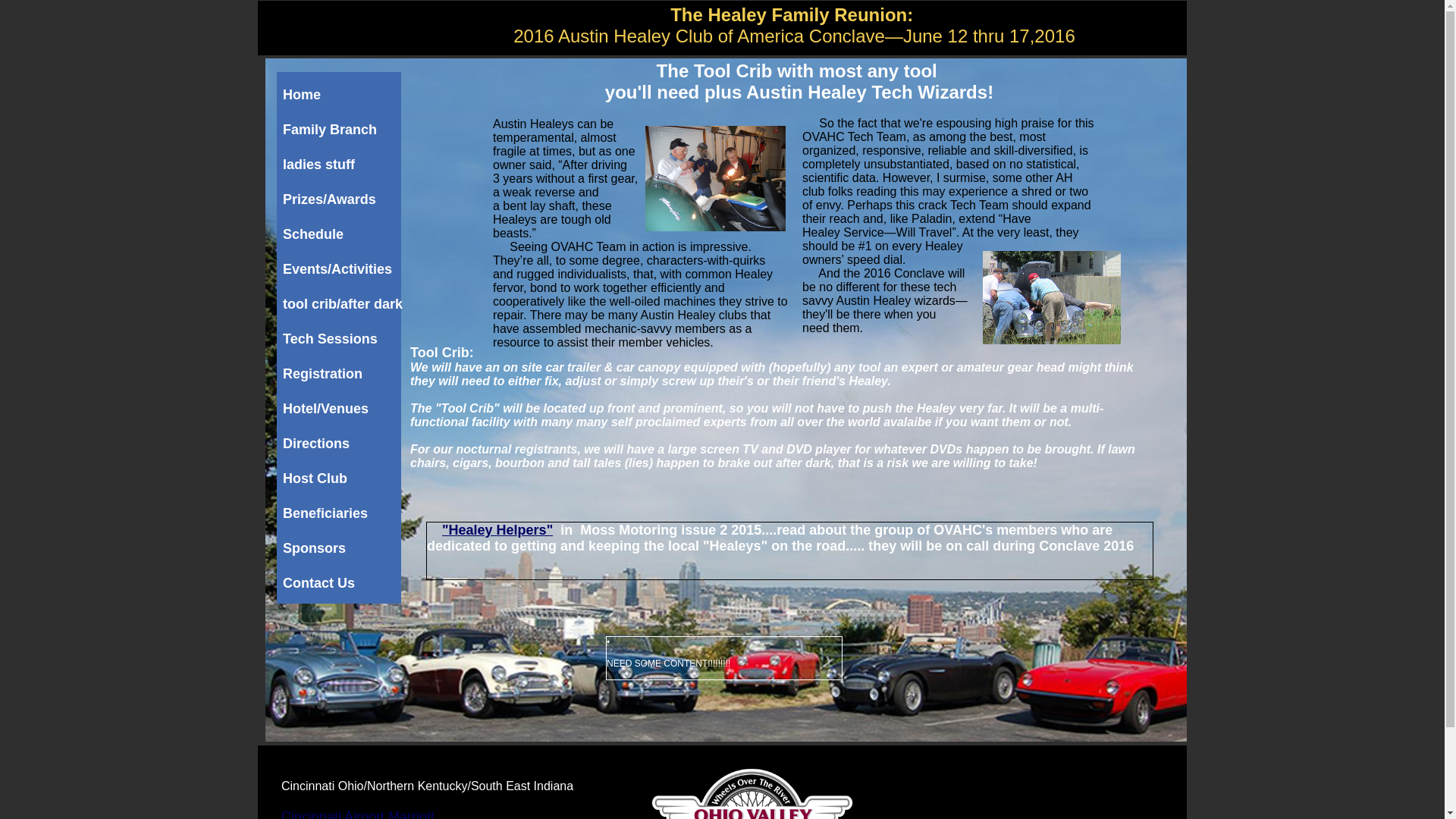 The width and height of the screenshot is (1456, 819). Describe the element at coordinates (341, 96) in the screenshot. I see `'Home'` at that location.